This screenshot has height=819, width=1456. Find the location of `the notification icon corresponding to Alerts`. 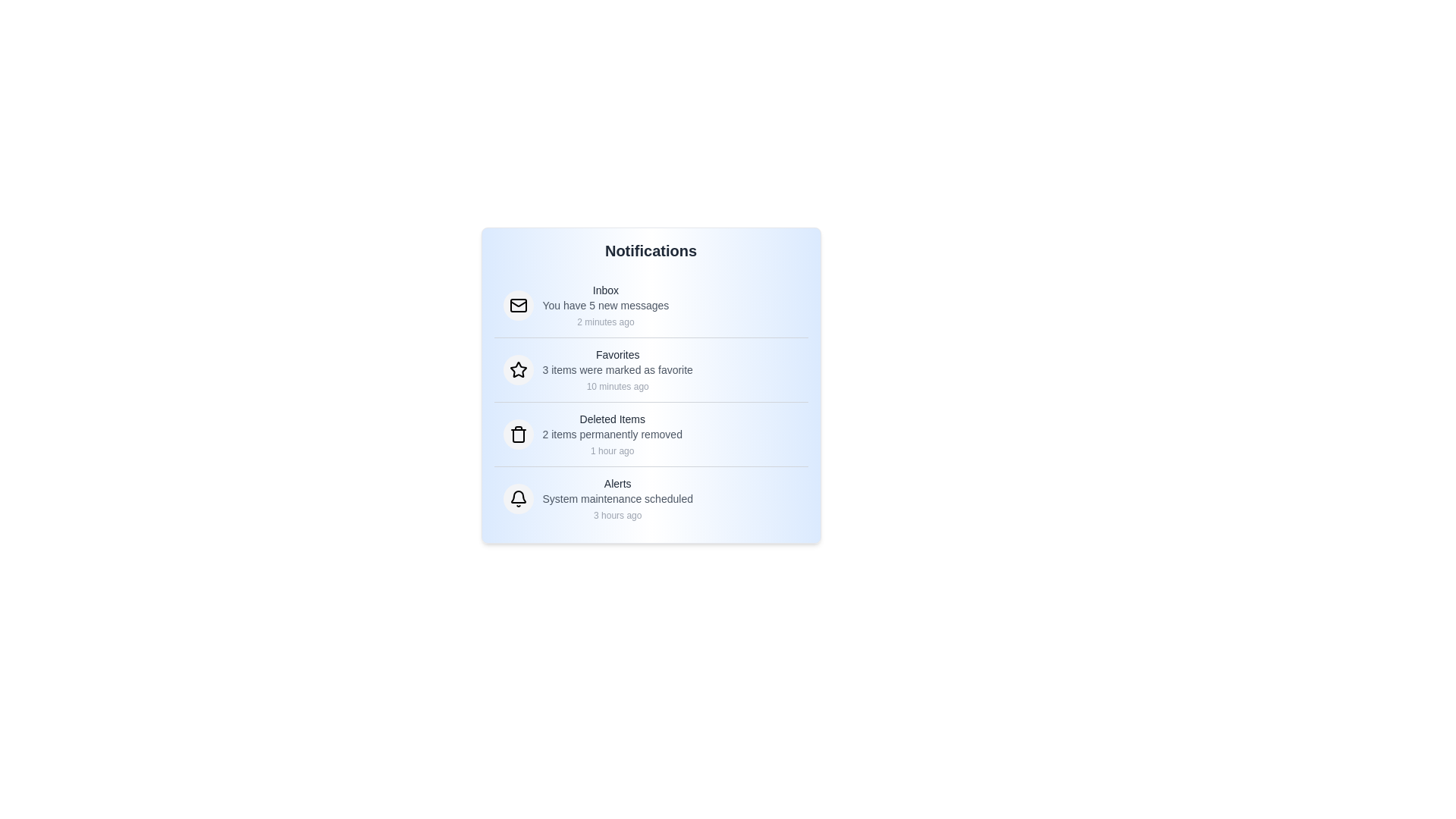

the notification icon corresponding to Alerts is located at coordinates (518, 499).